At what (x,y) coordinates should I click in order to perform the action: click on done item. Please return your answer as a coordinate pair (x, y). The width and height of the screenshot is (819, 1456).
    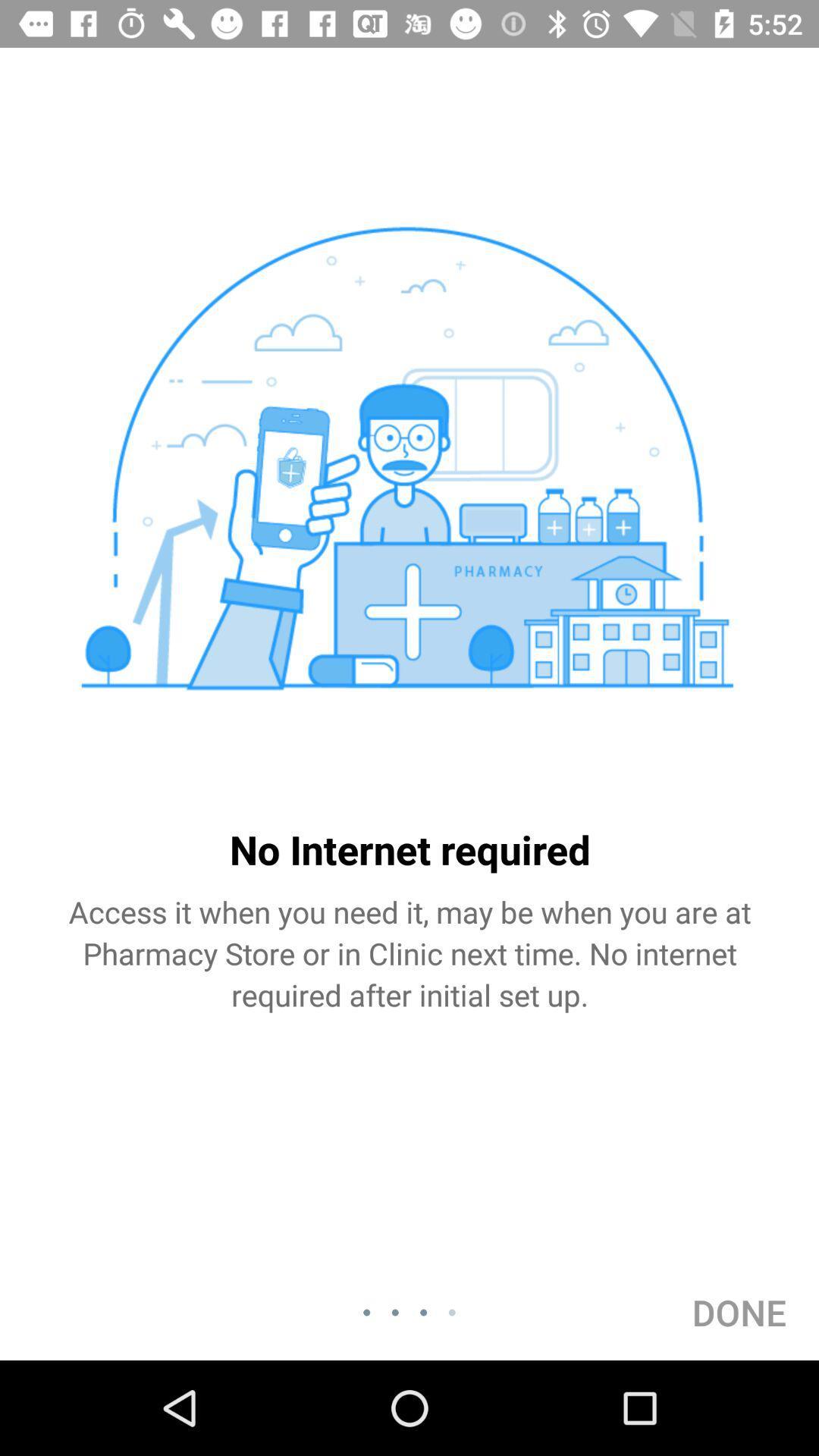
    Looking at the image, I should click on (739, 1312).